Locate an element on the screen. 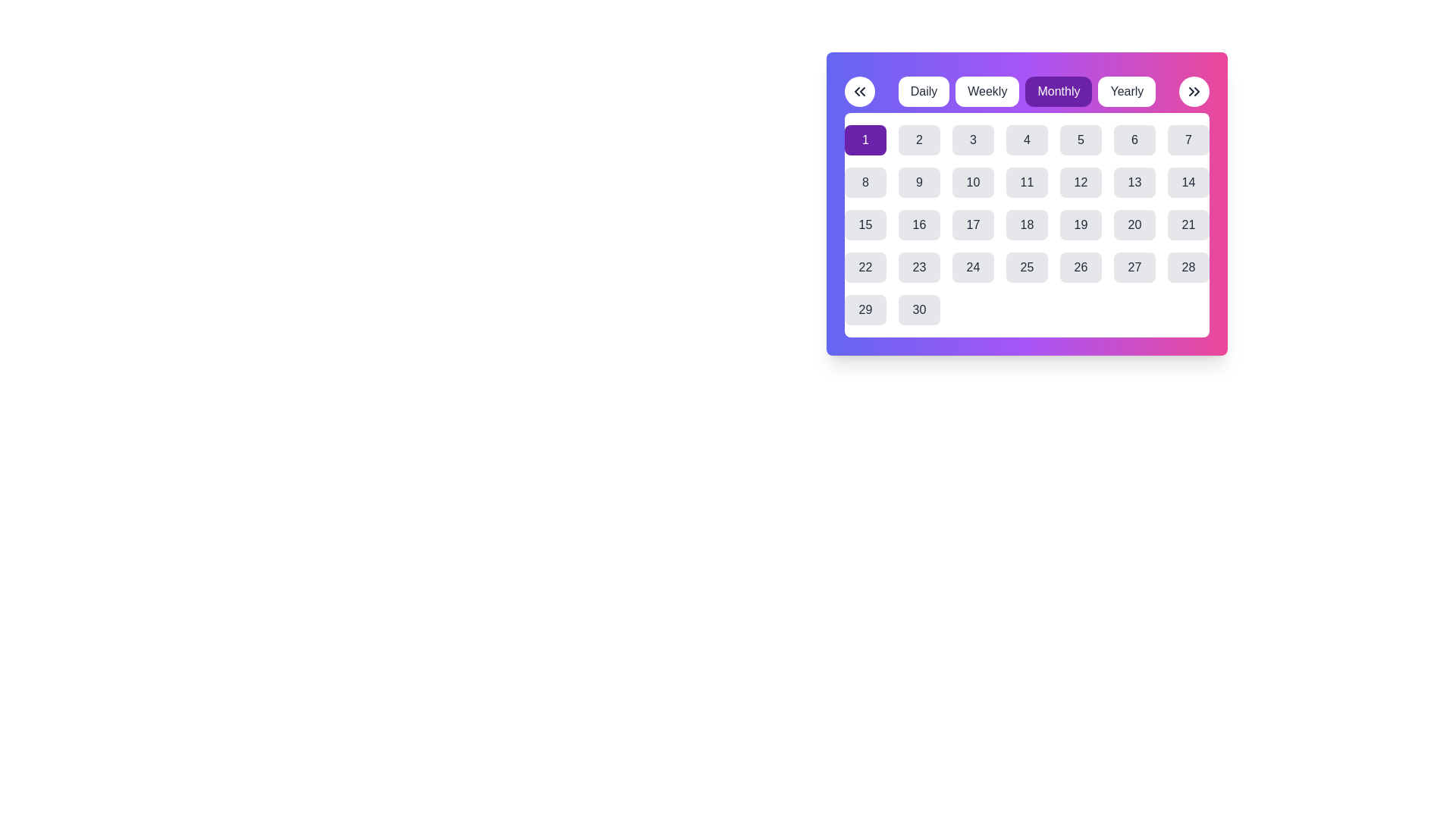 This screenshot has width=1456, height=819. the purple rounded rectangle button with the number '1' centered in white text is located at coordinates (865, 140).